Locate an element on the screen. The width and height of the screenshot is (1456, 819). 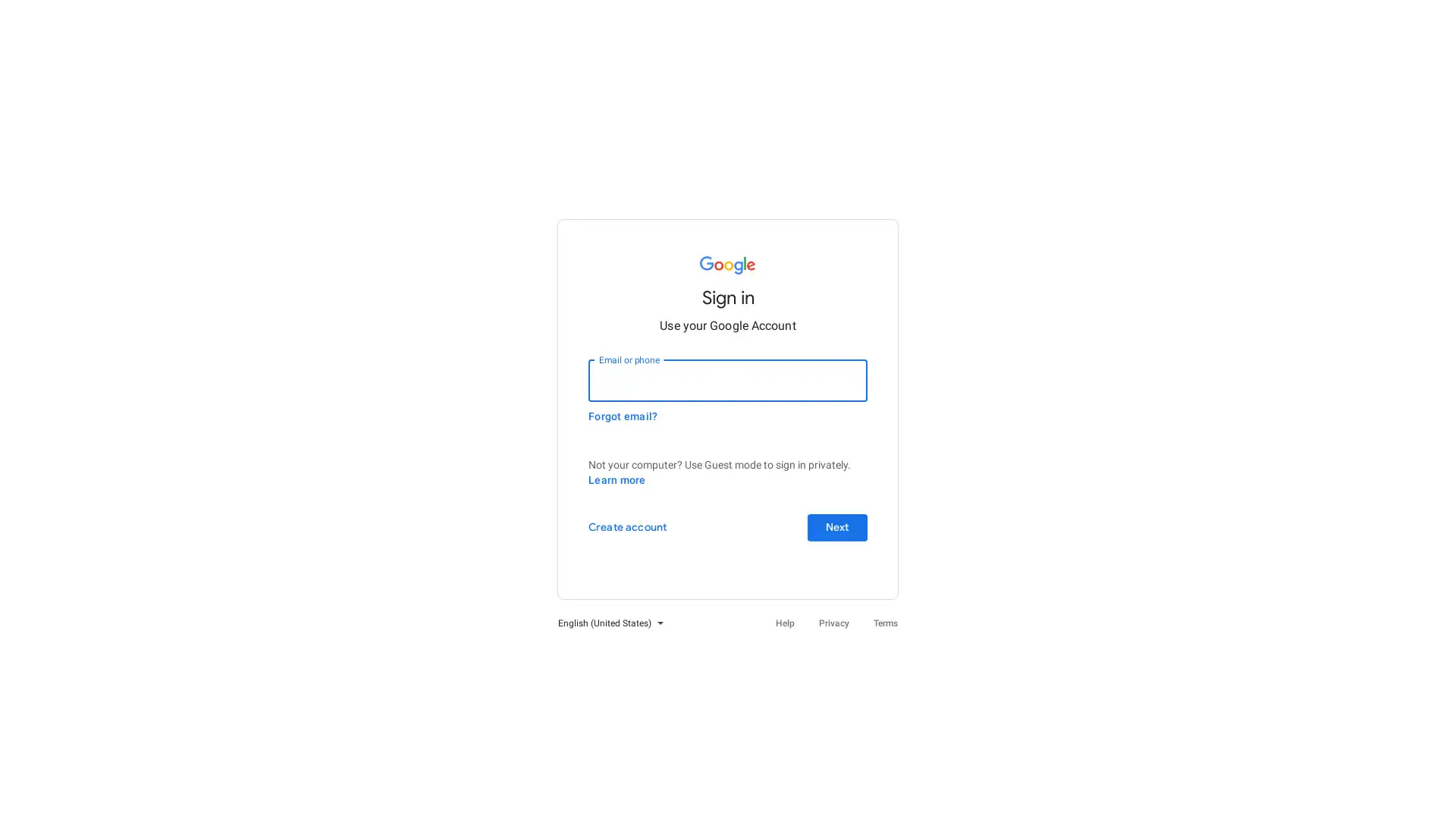
Next is located at coordinates (836, 526).